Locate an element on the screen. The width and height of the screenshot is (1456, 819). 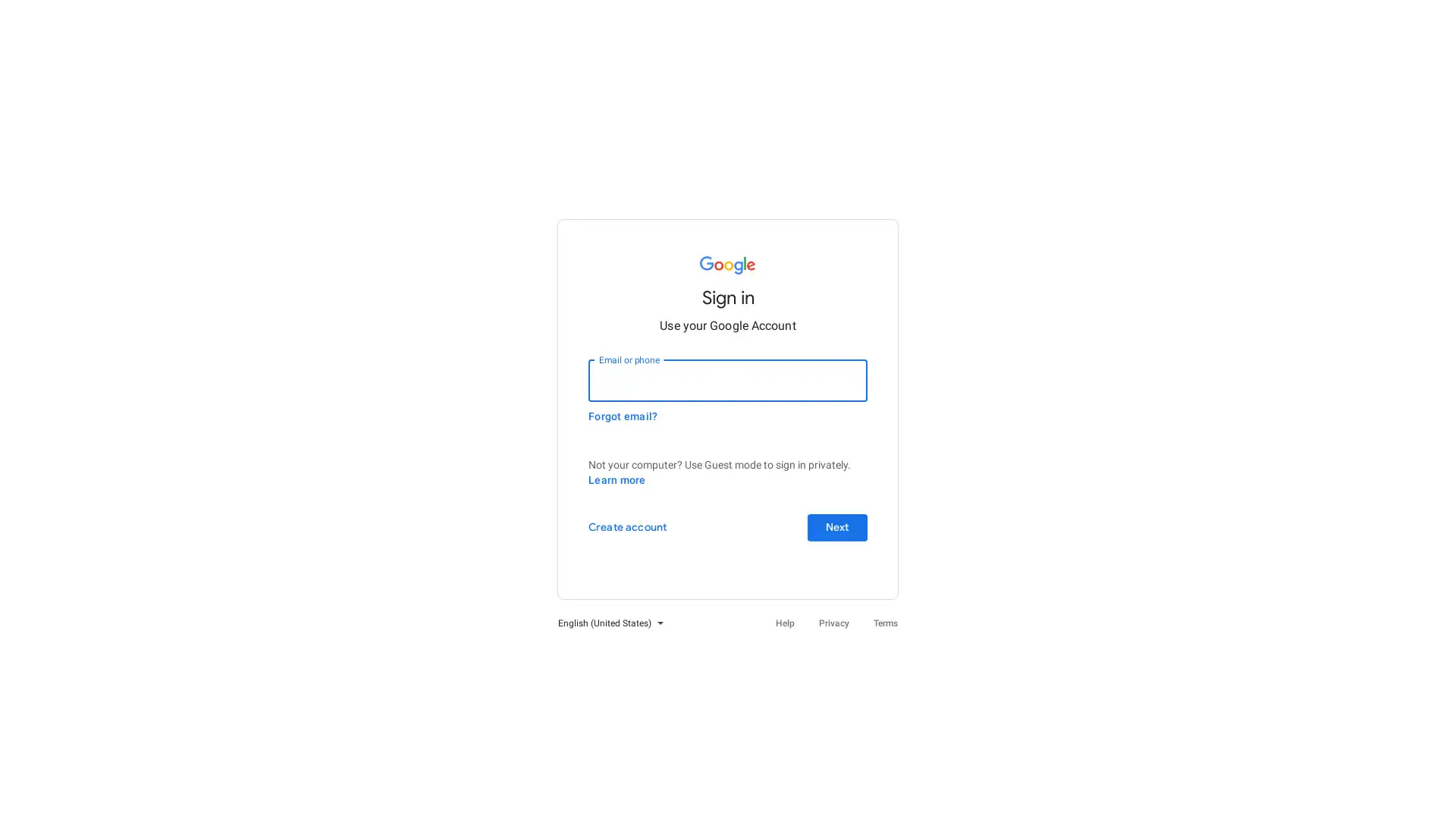
Next is located at coordinates (836, 526).